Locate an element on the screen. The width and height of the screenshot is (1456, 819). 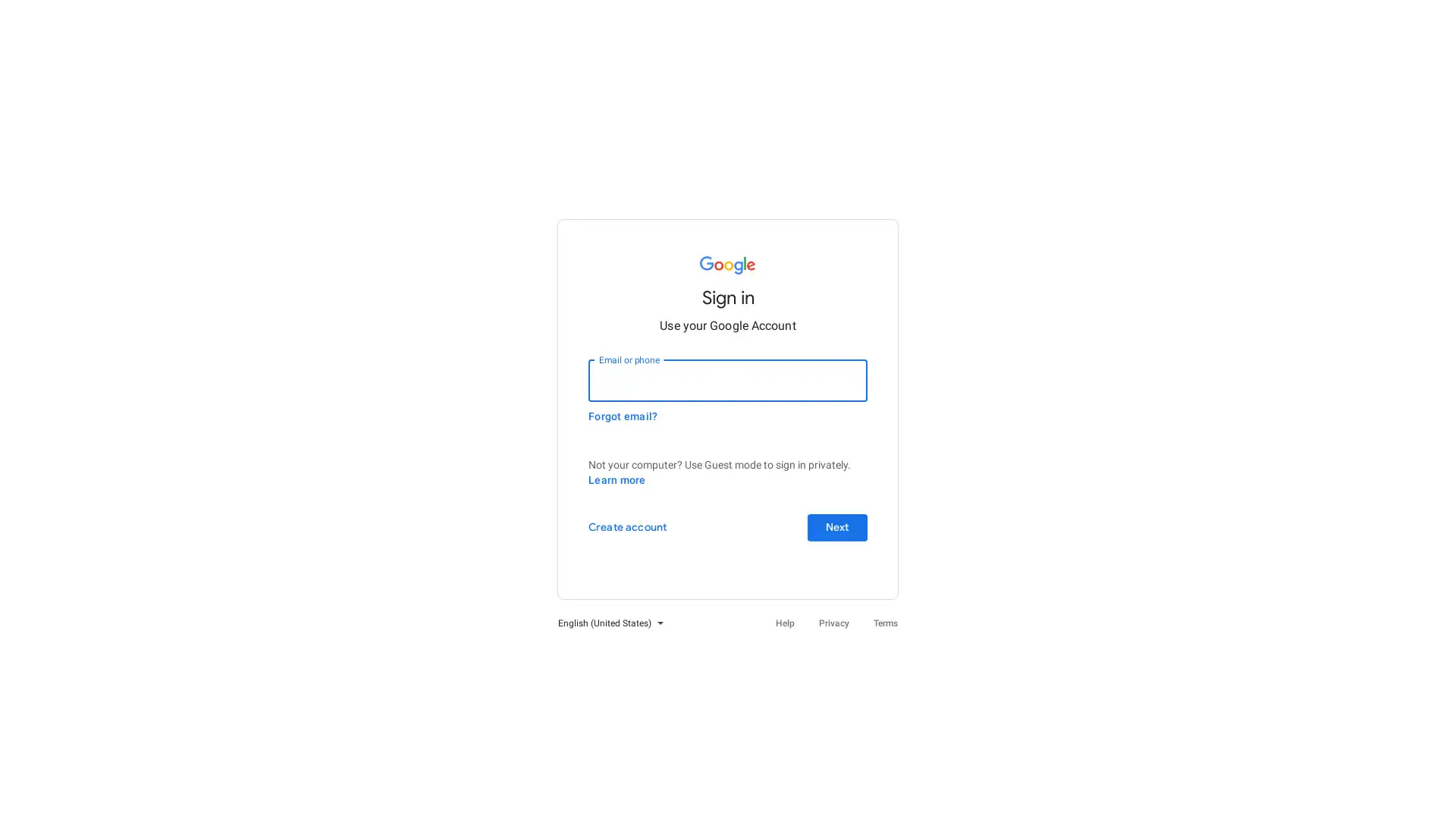
Next is located at coordinates (836, 526).